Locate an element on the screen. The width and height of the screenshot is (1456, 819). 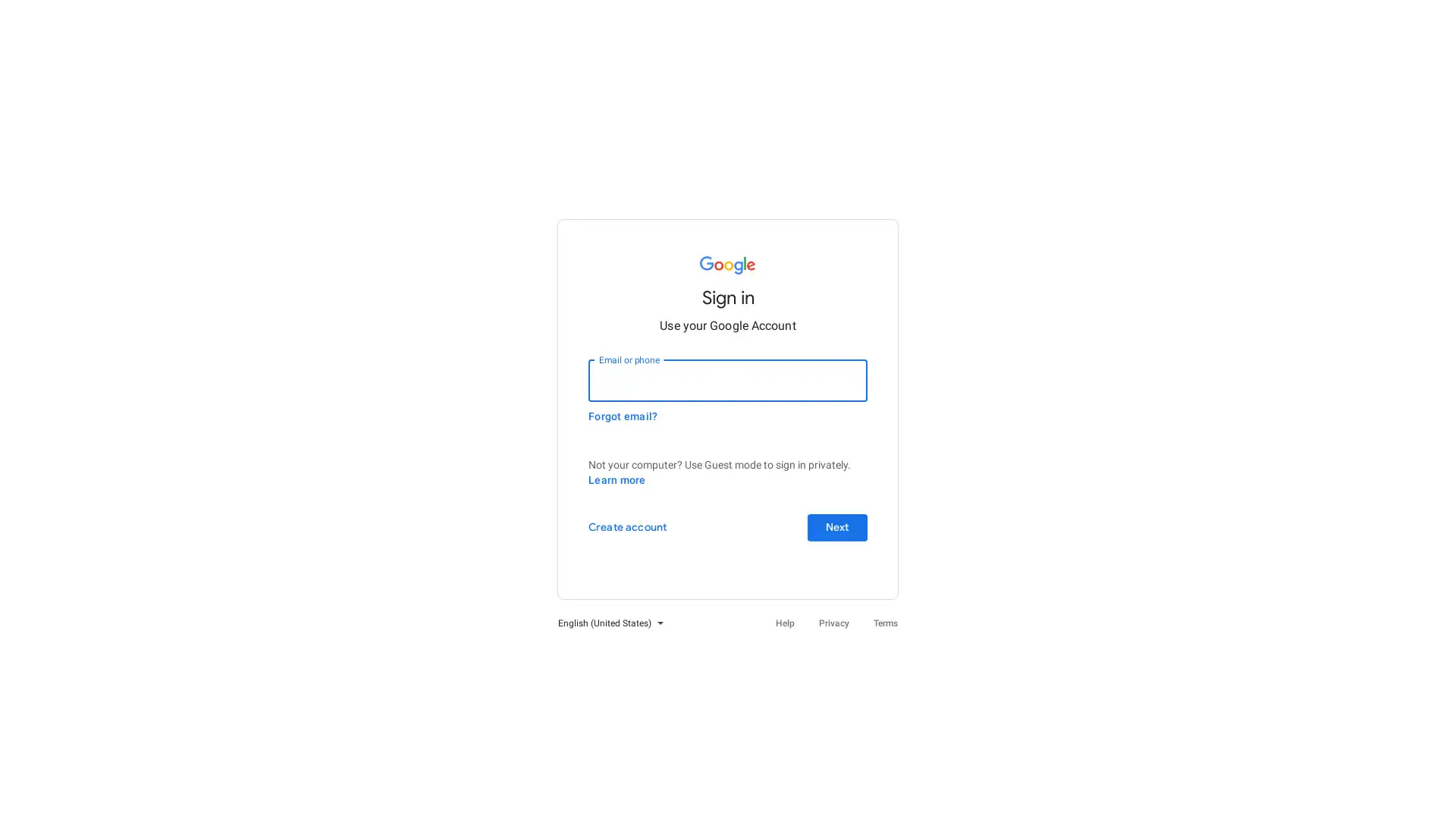
Next is located at coordinates (836, 526).